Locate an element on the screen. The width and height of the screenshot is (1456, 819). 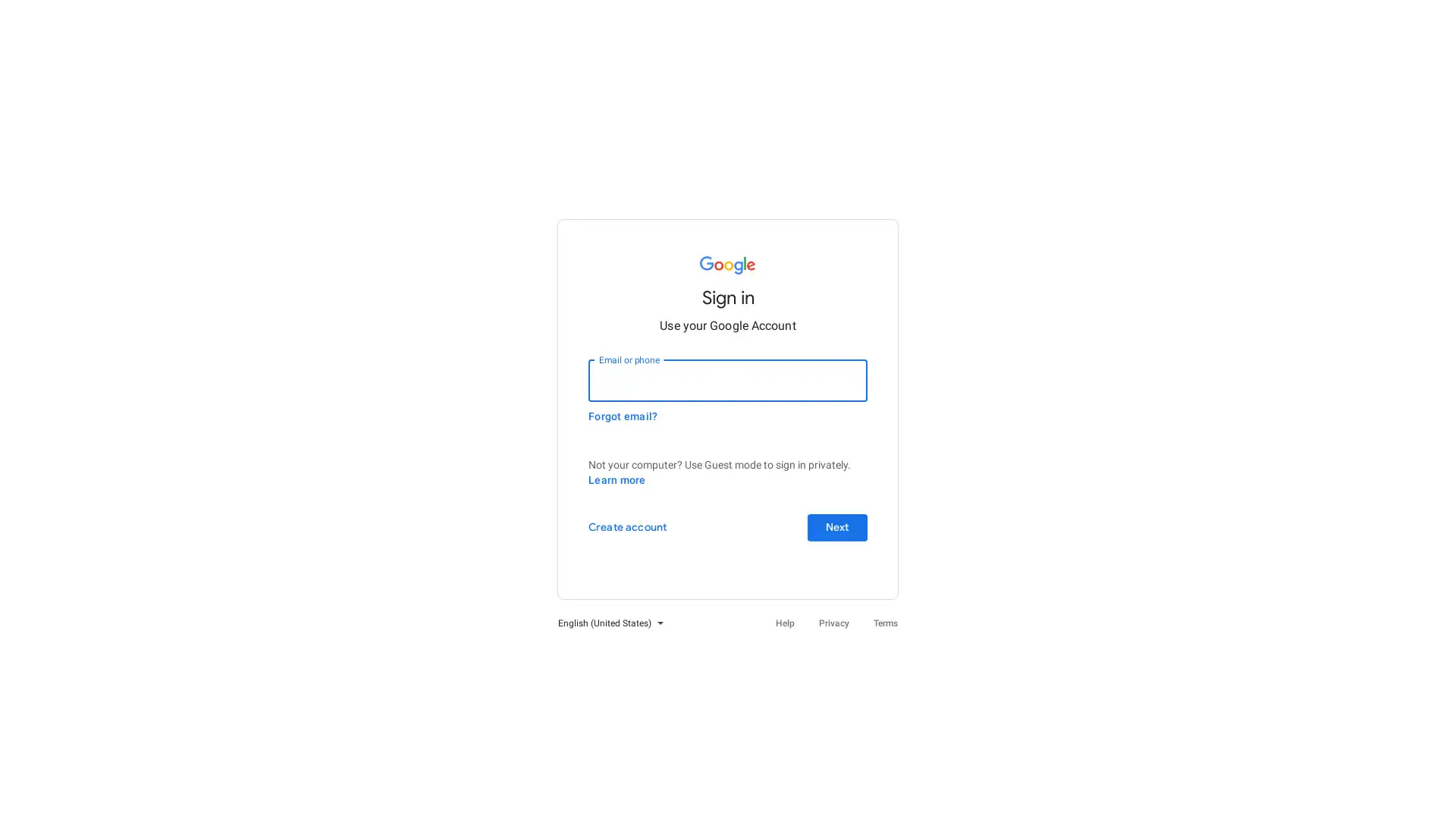
Next is located at coordinates (836, 526).